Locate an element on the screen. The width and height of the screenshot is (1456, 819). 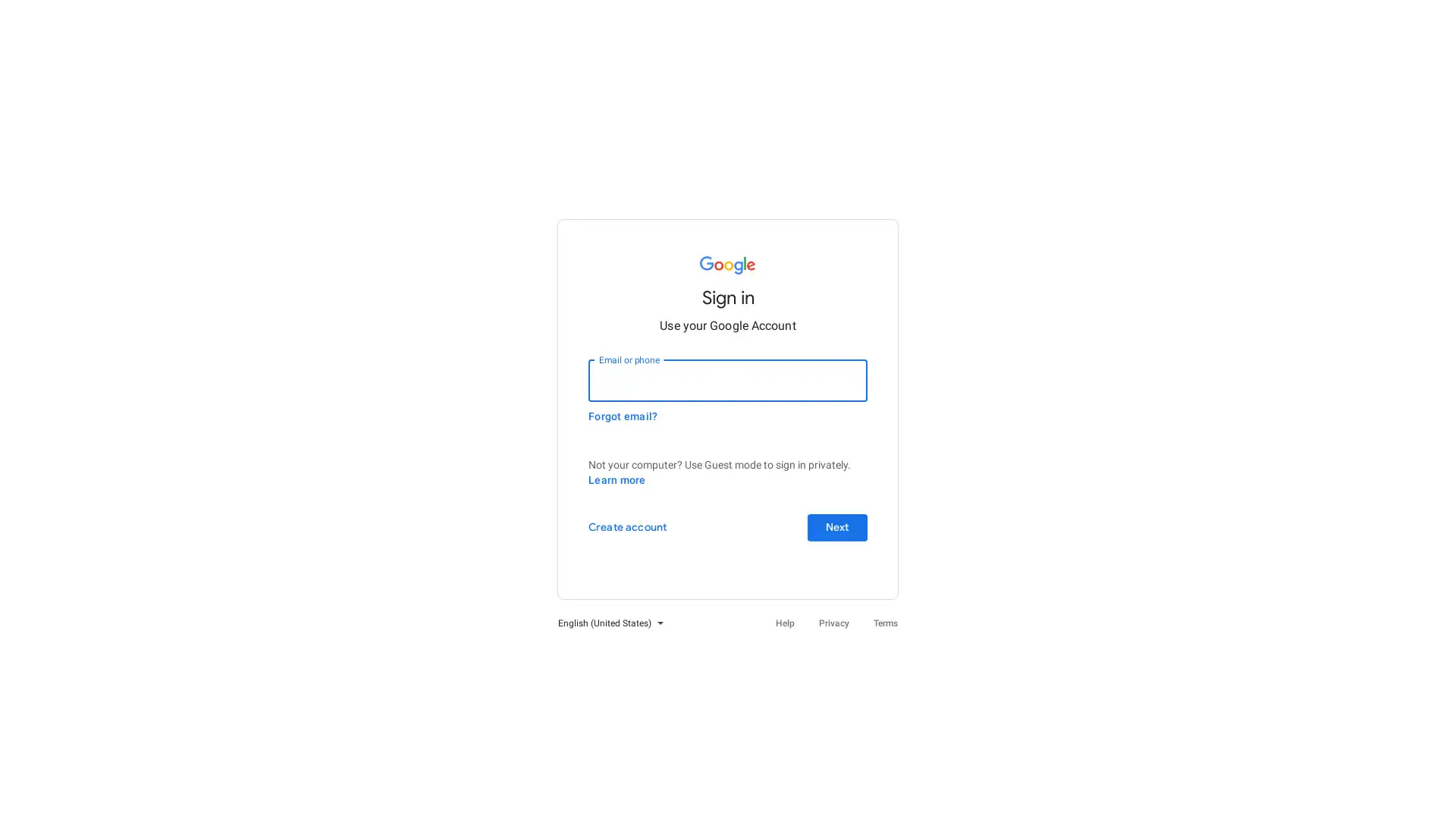
Next is located at coordinates (836, 526).